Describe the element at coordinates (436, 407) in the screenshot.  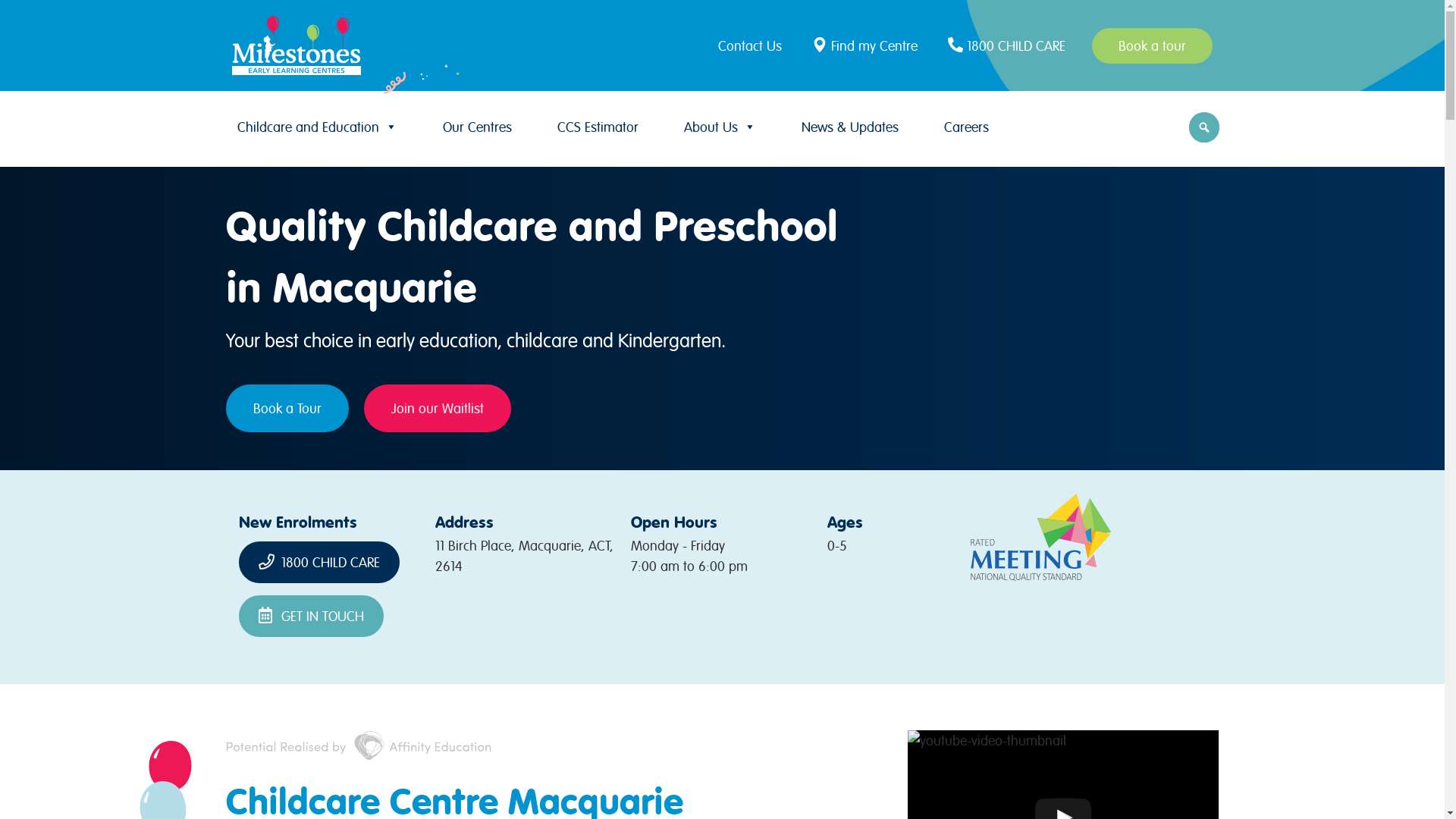
I see `'Join our Waitlist'` at that location.